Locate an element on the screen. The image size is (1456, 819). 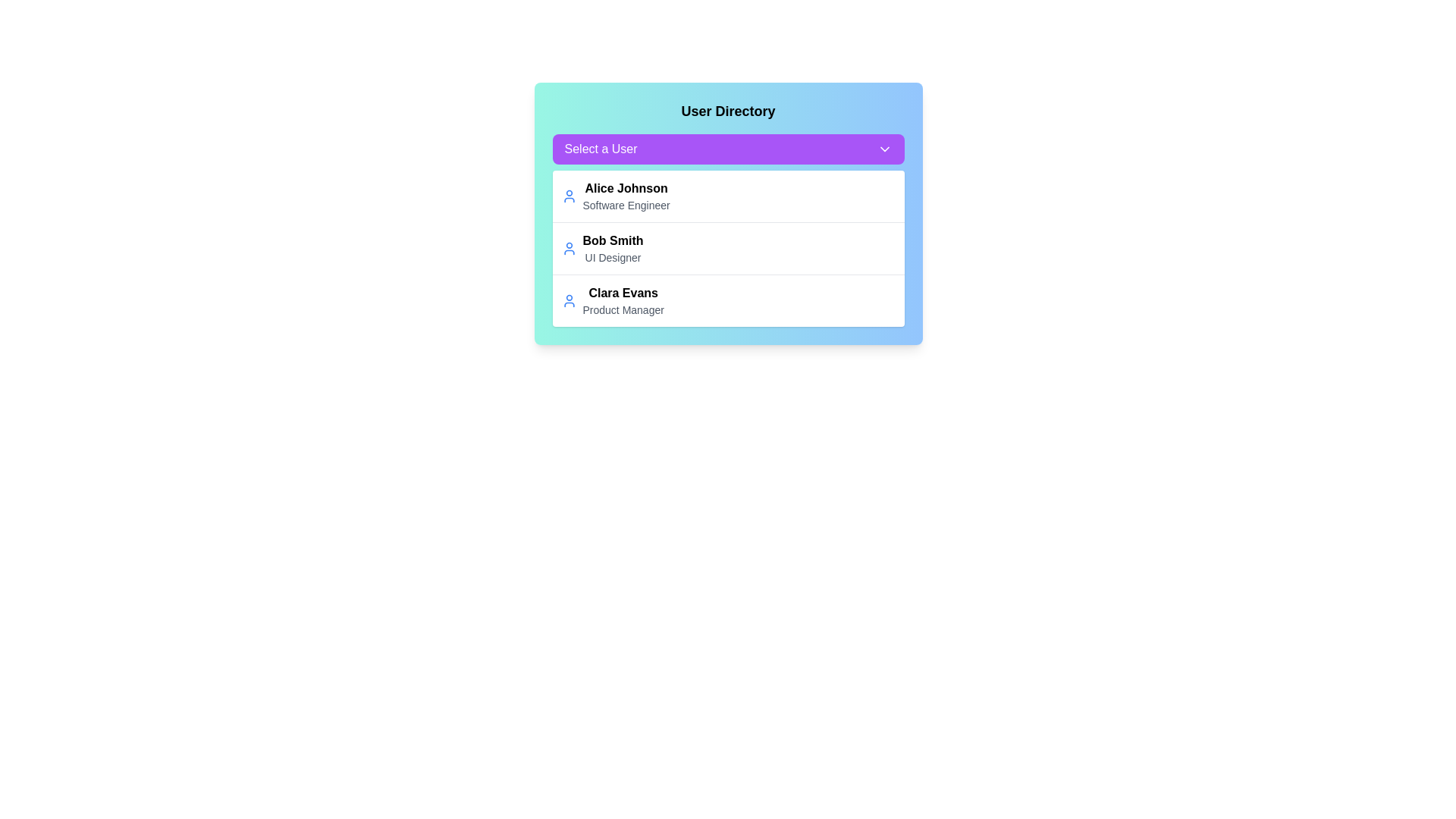
the user entry 'Bob Smith' in the directory list is located at coordinates (728, 247).